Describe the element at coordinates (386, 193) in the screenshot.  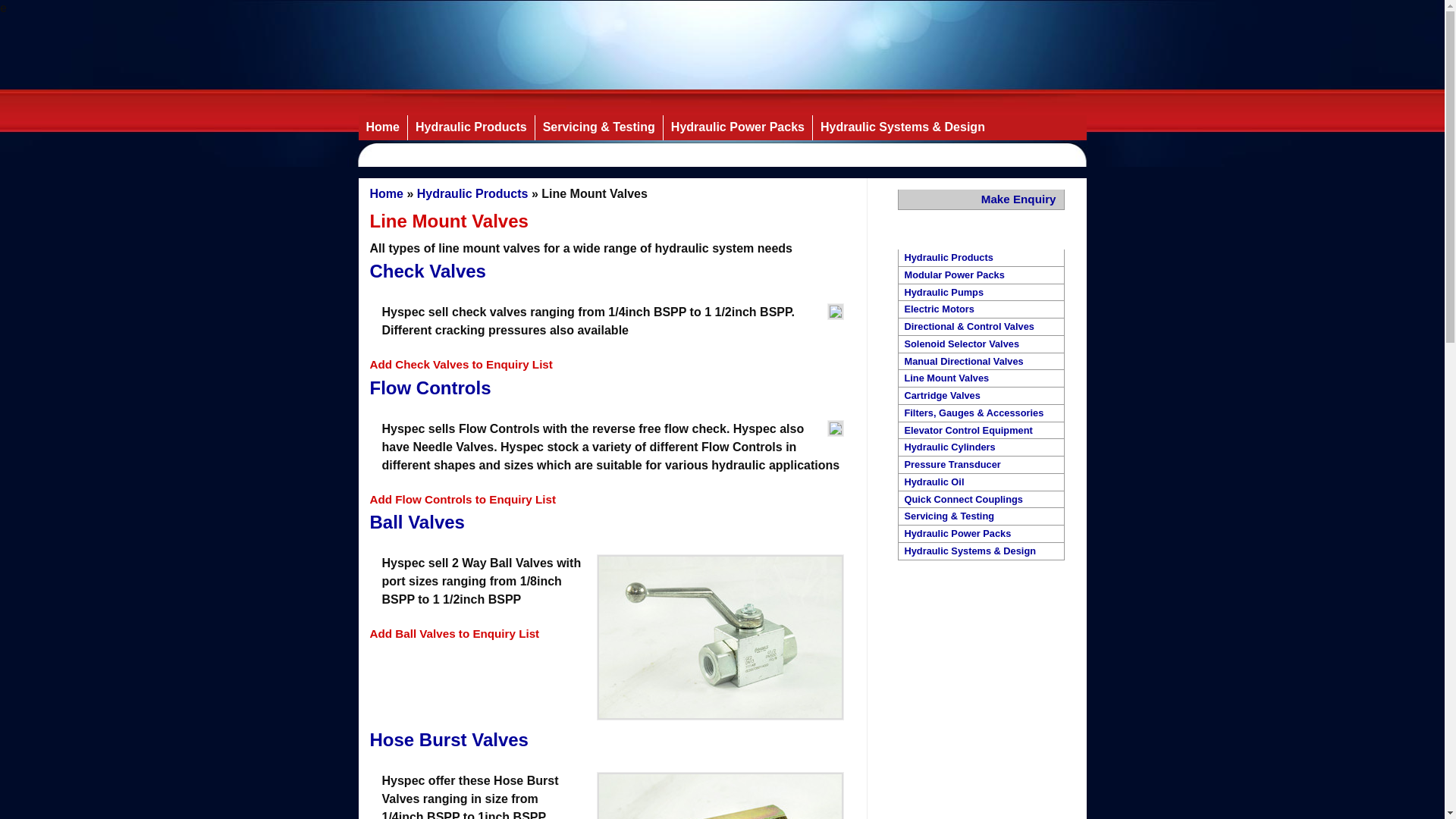
I see `'Home'` at that location.